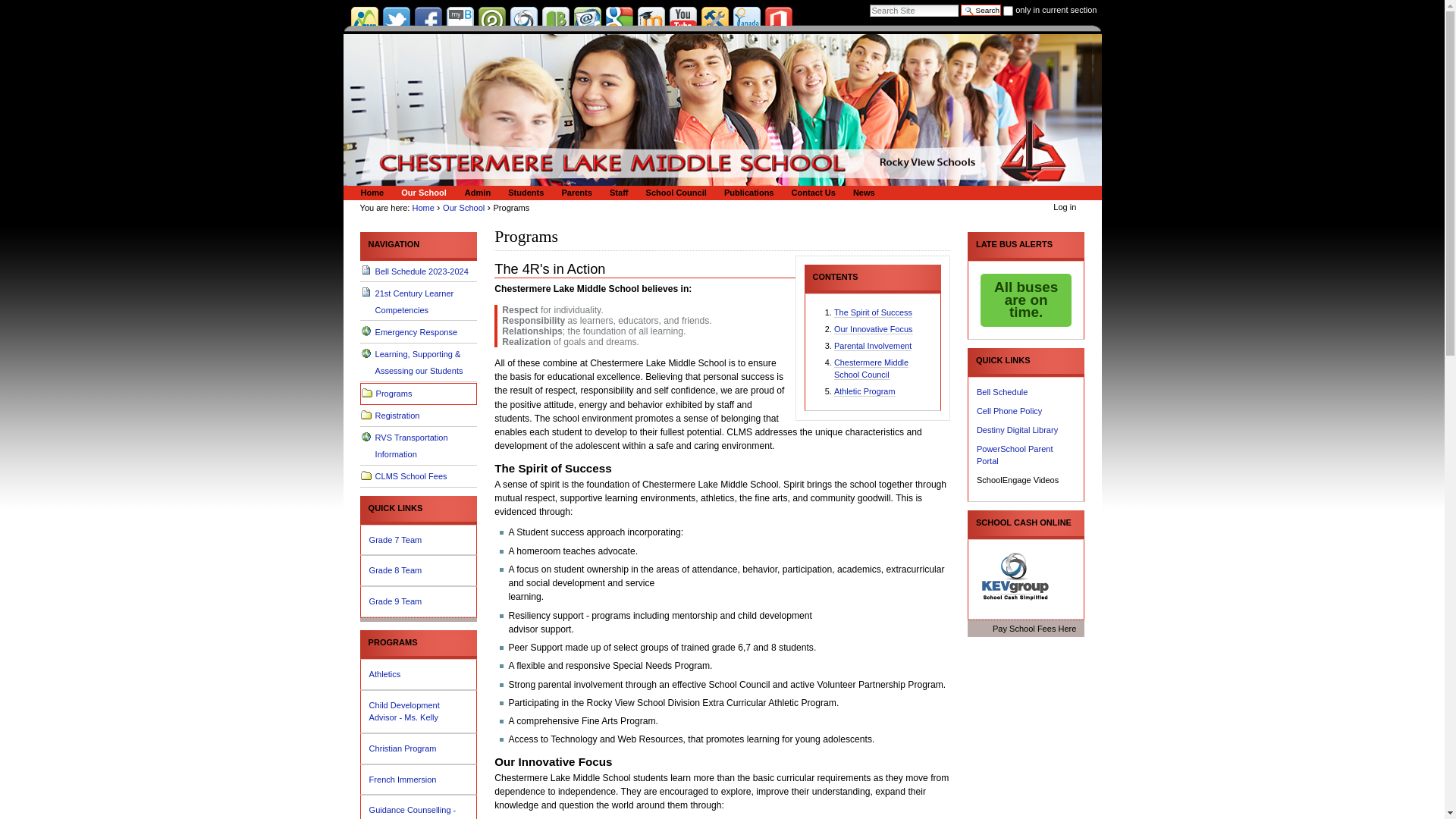  What do you see at coordinates (637, 20) in the screenshot?
I see `'Moodle'` at bounding box center [637, 20].